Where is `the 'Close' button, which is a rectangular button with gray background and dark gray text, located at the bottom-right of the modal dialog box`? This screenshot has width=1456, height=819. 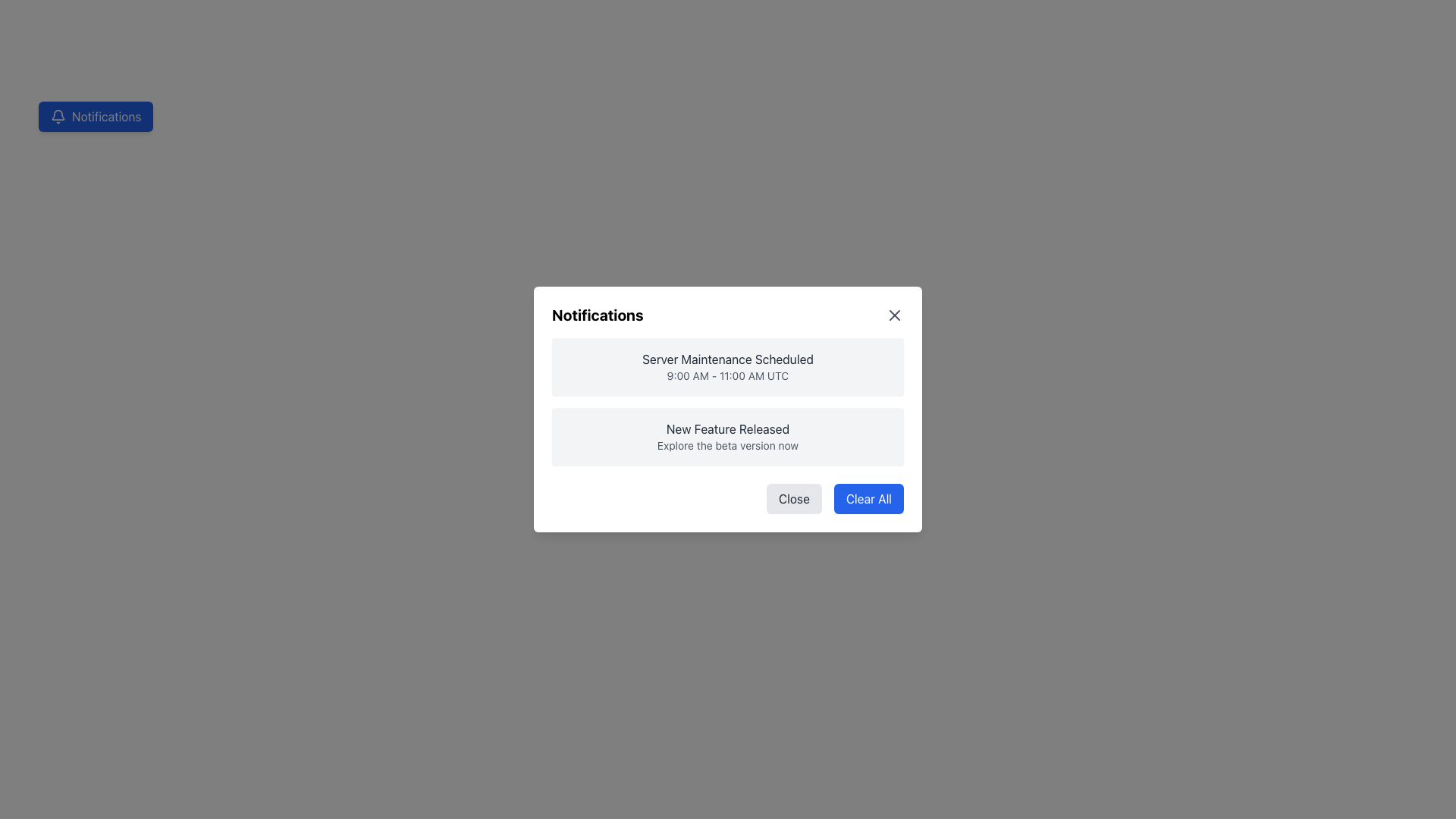
the 'Close' button, which is a rectangular button with gray background and dark gray text, located at the bottom-right of the modal dialog box is located at coordinates (793, 499).